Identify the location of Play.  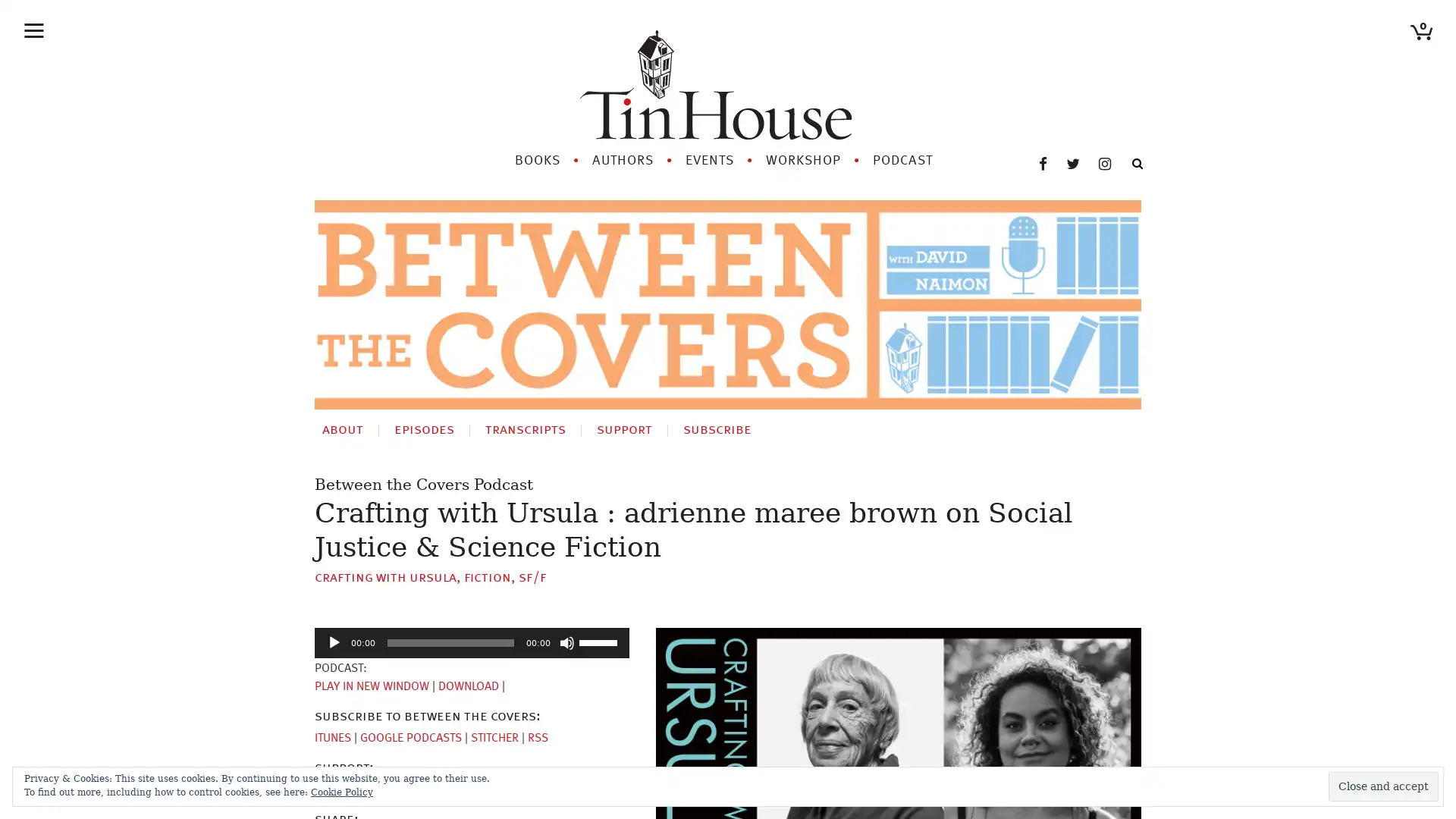
(334, 642).